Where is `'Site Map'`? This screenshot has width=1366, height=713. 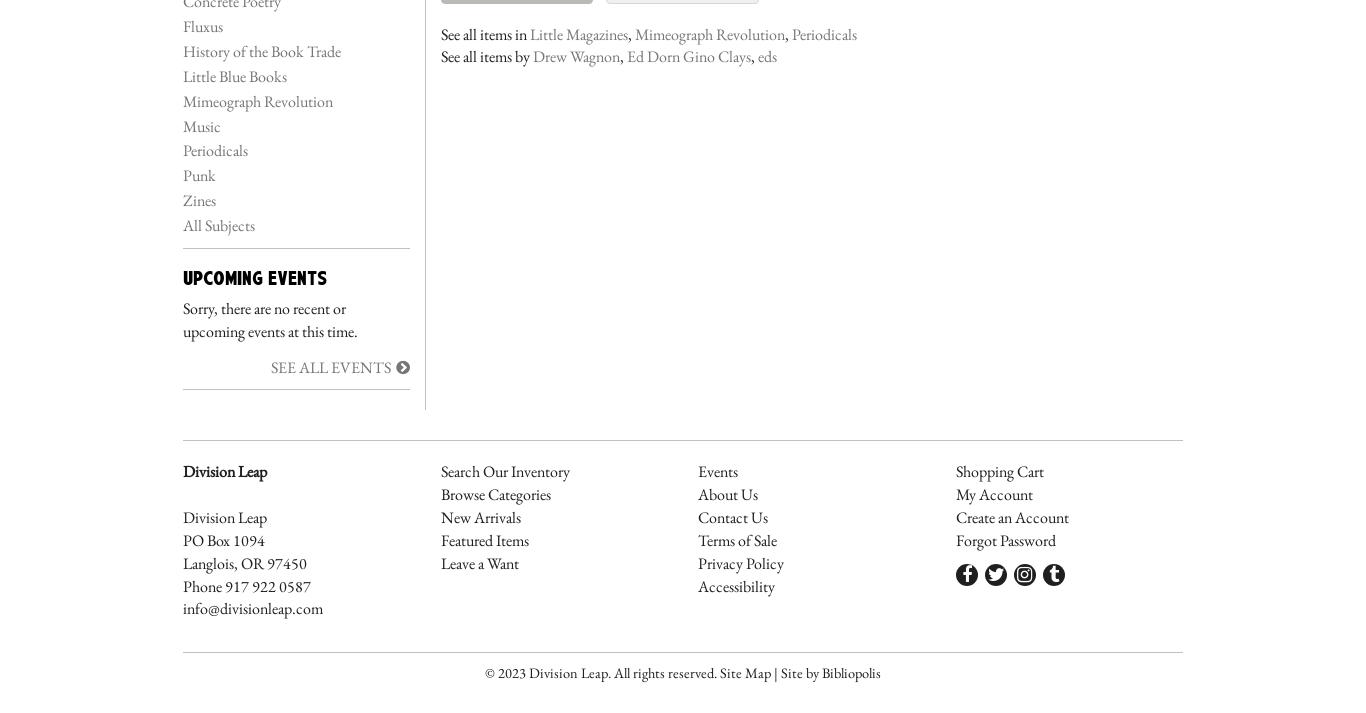
'Site Map' is located at coordinates (745, 671).